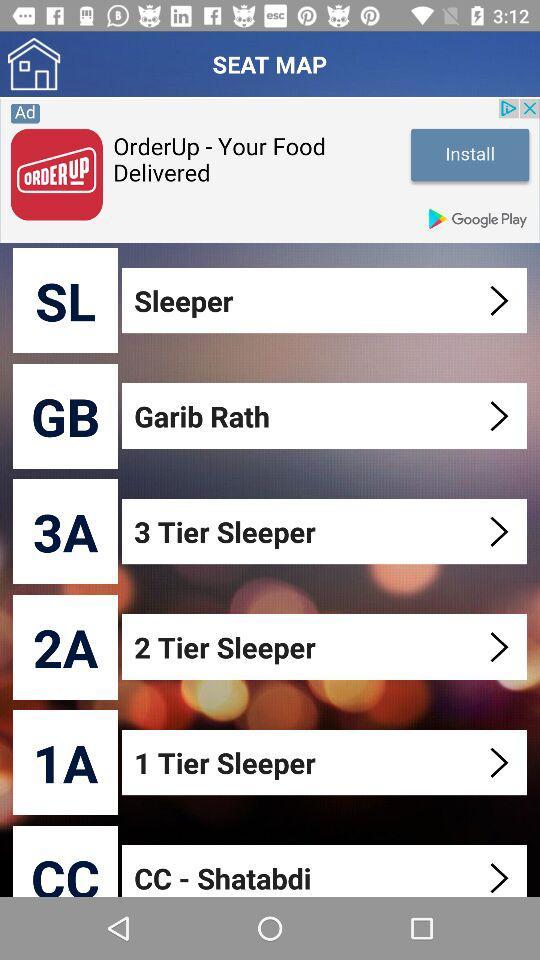  I want to click on the icon below 2a item, so click(65, 761).